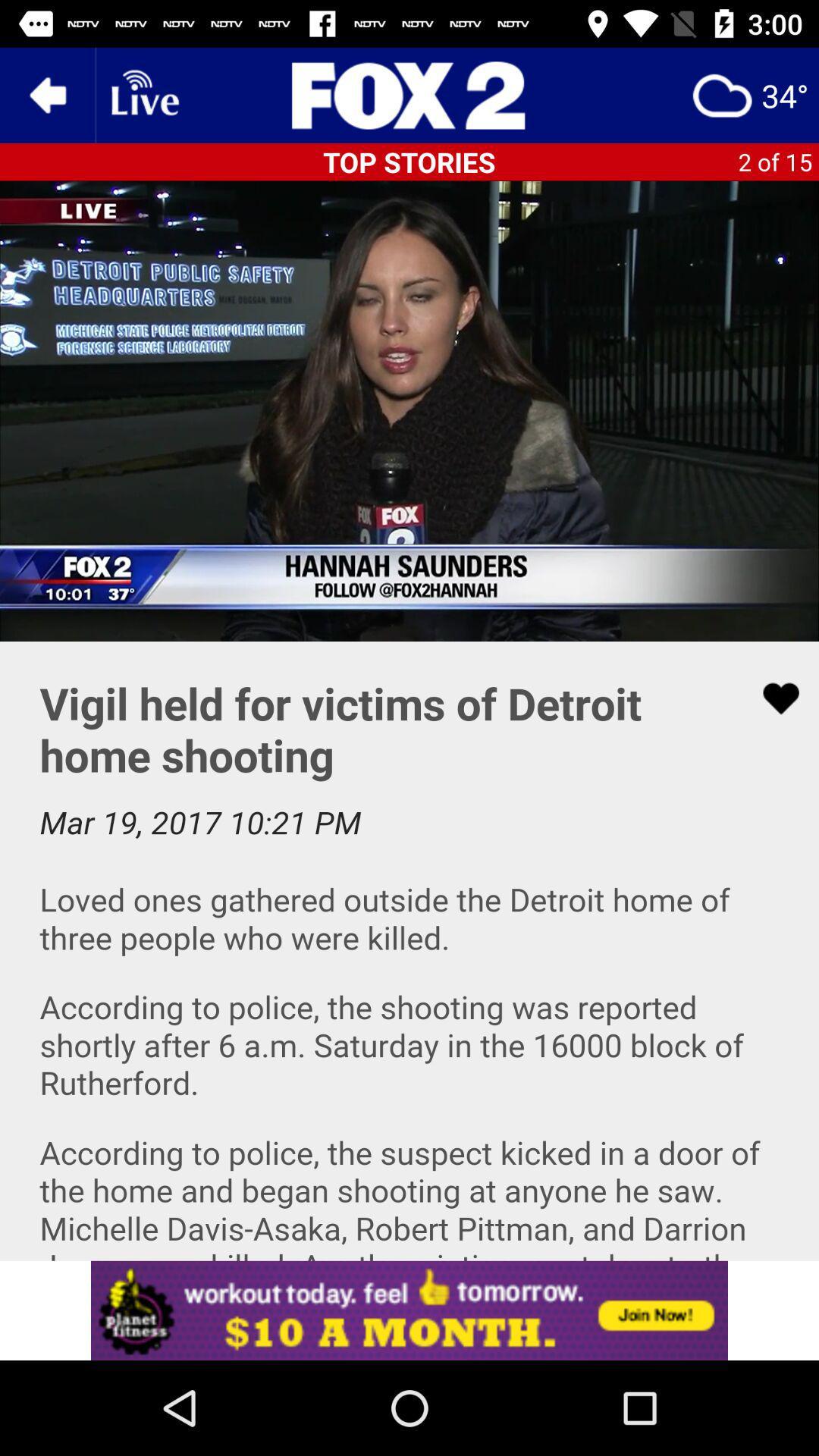  I want to click on displays current livestreams, so click(143, 94).